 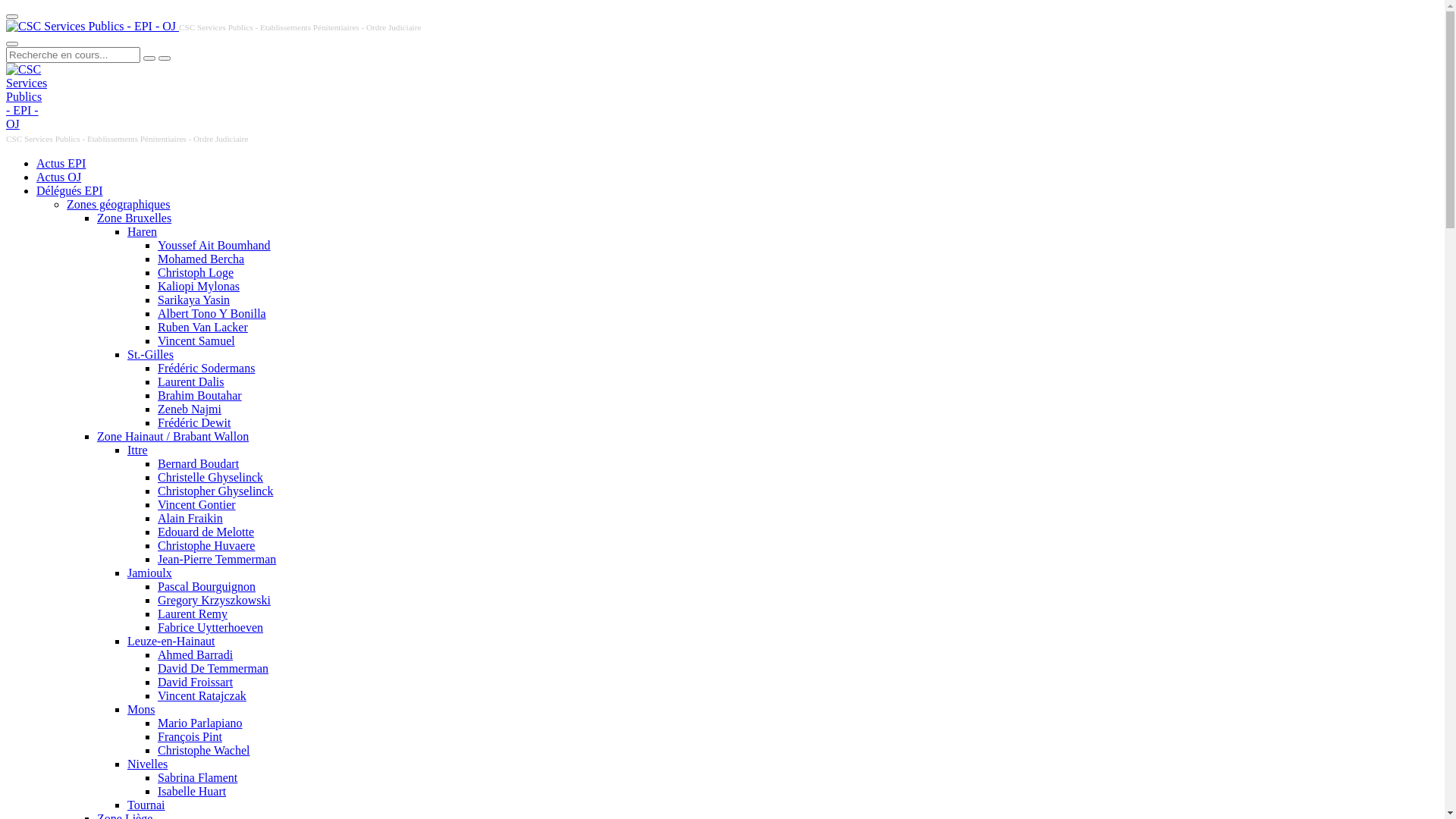 I want to click on 'Bernard Boudart', so click(x=197, y=463).